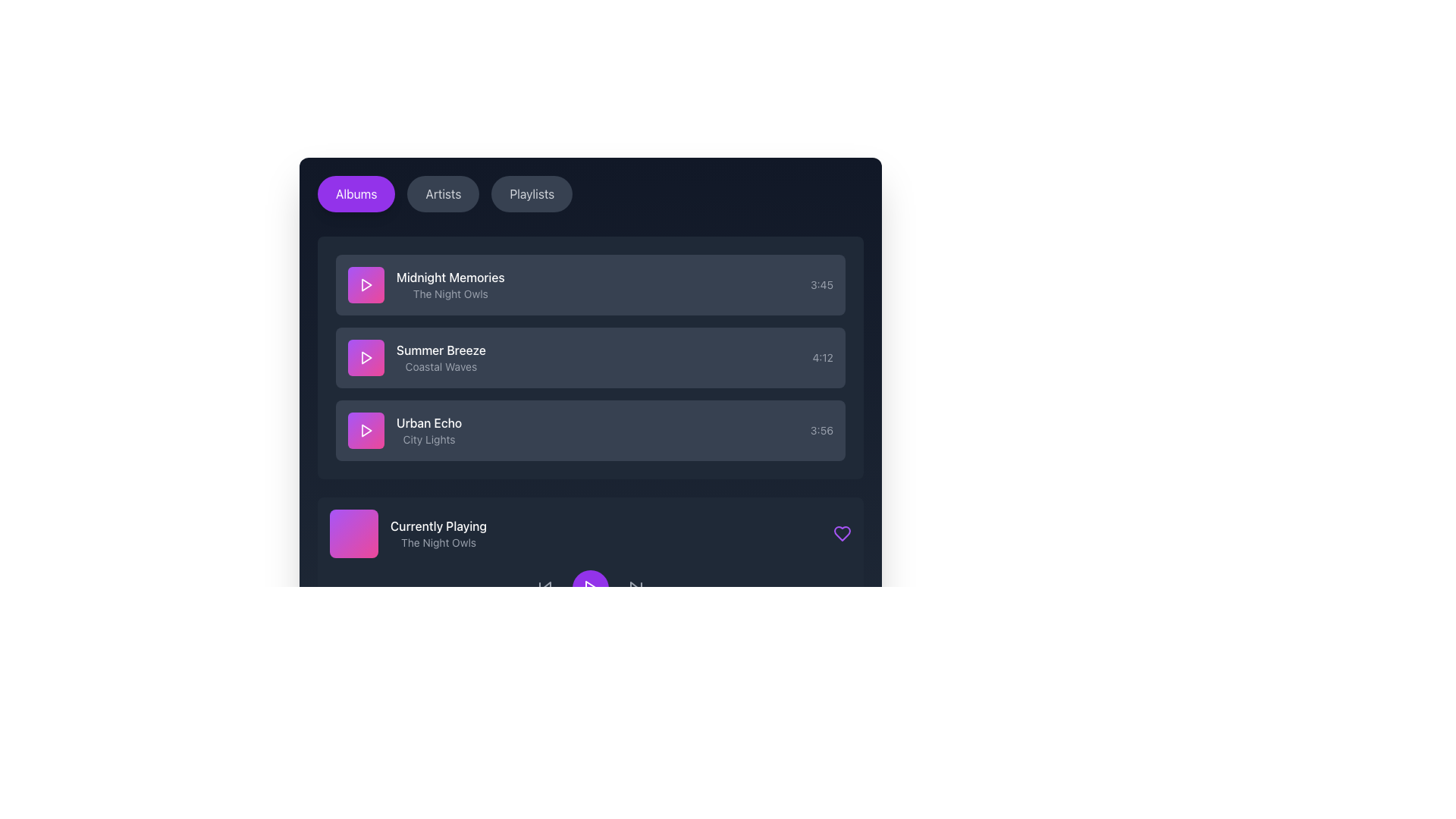 Image resolution: width=1456 pixels, height=819 pixels. What do you see at coordinates (589, 587) in the screenshot?
I see `the forward button on the Playback control panel to skip to the next track` at bounding box center [589, 587].